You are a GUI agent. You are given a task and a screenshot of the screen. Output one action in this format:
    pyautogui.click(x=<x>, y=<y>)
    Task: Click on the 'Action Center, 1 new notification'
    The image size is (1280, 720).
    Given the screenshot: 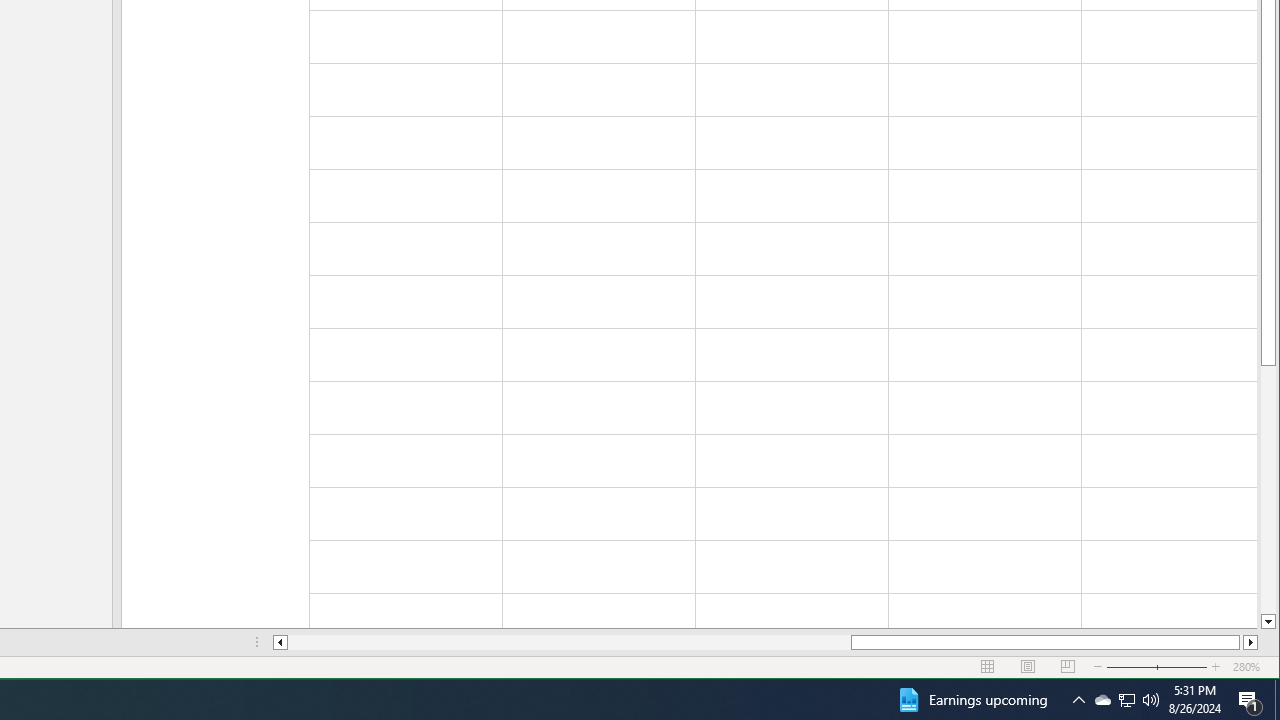 What is the action you would take?
    pyautogui.click(x=1250, y=698)
    